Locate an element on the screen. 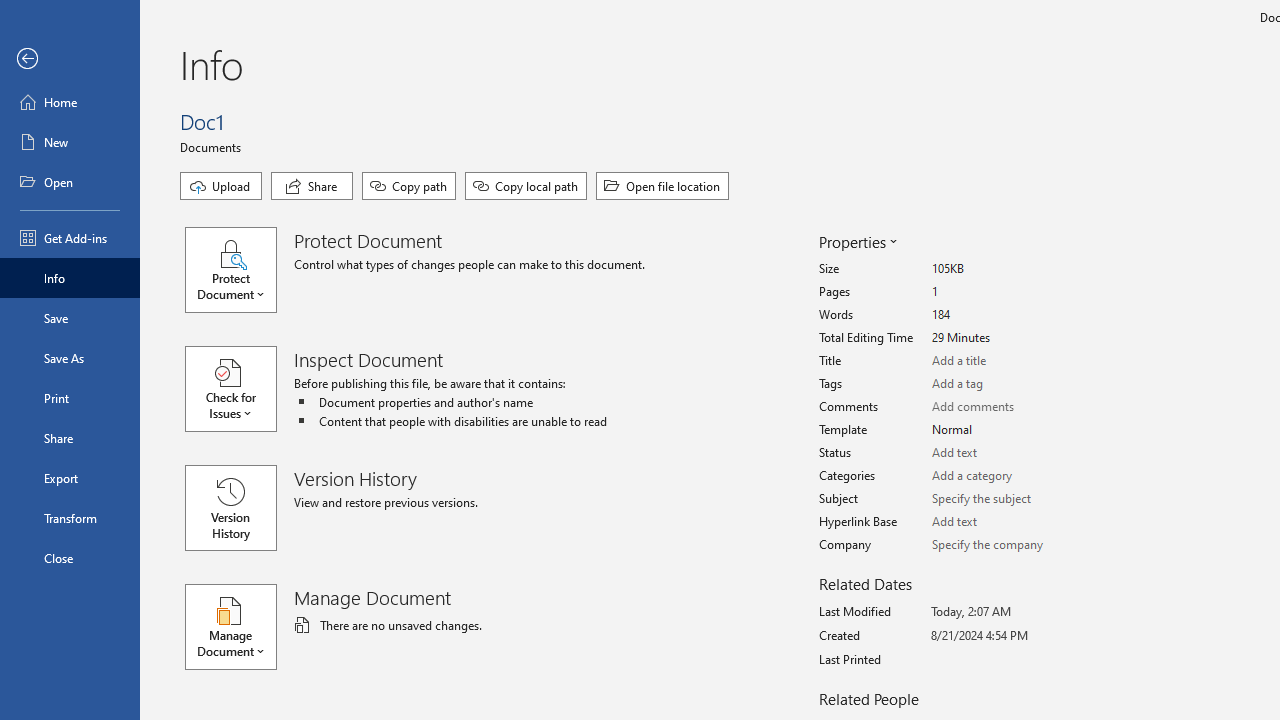 This screenshot has width=1280, height=720. 'Status' is located at coordinates (1006, 453).